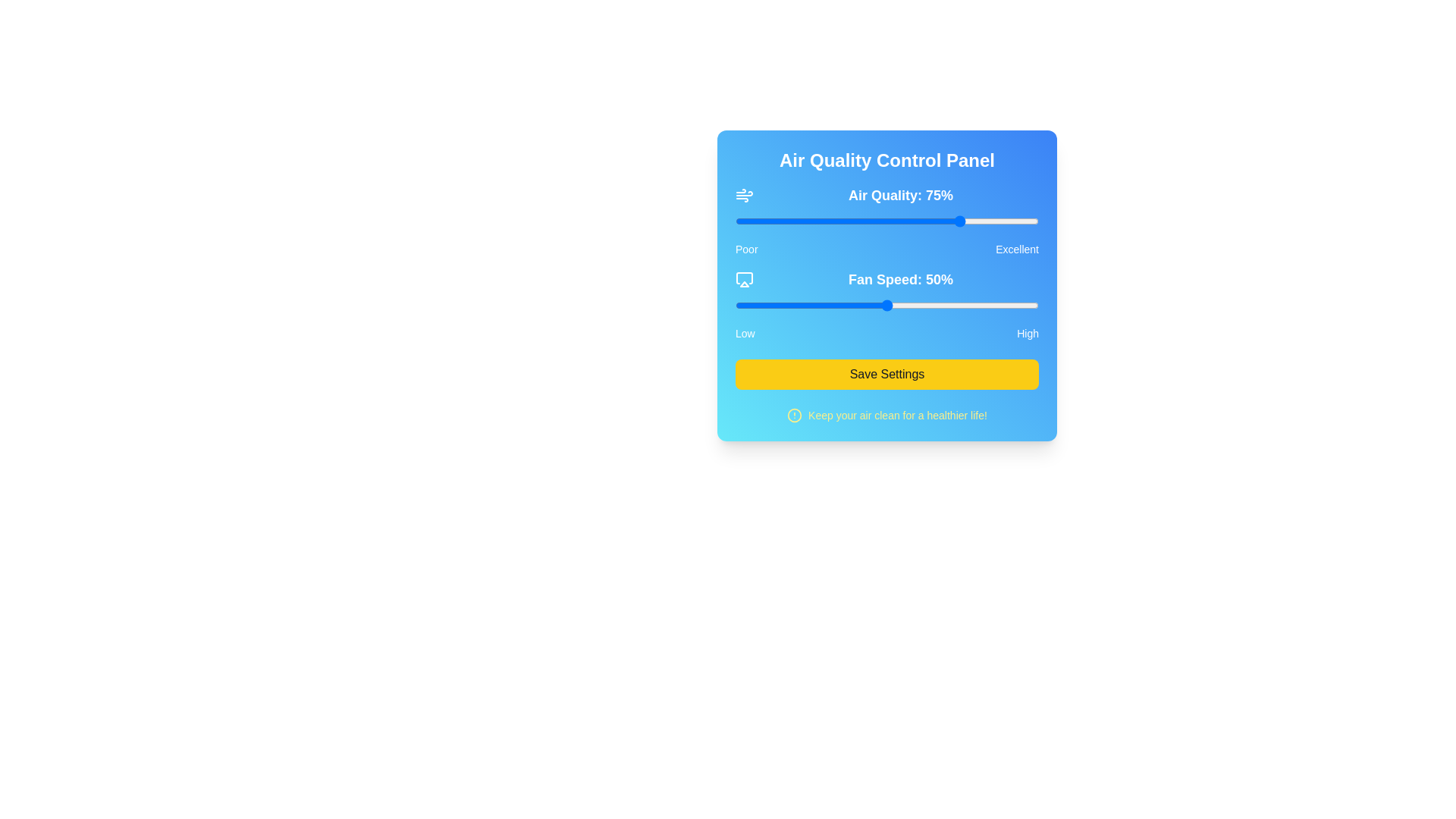  What do you see at coordinates (898, 415) in the screenshot?
I see `text label that says 'Keep your air clean for a healthier life!', which is styled with yellow font color and positioned on a blue background, located at the bottom of a rectangular UI panel` at bounding box center [898, 415].